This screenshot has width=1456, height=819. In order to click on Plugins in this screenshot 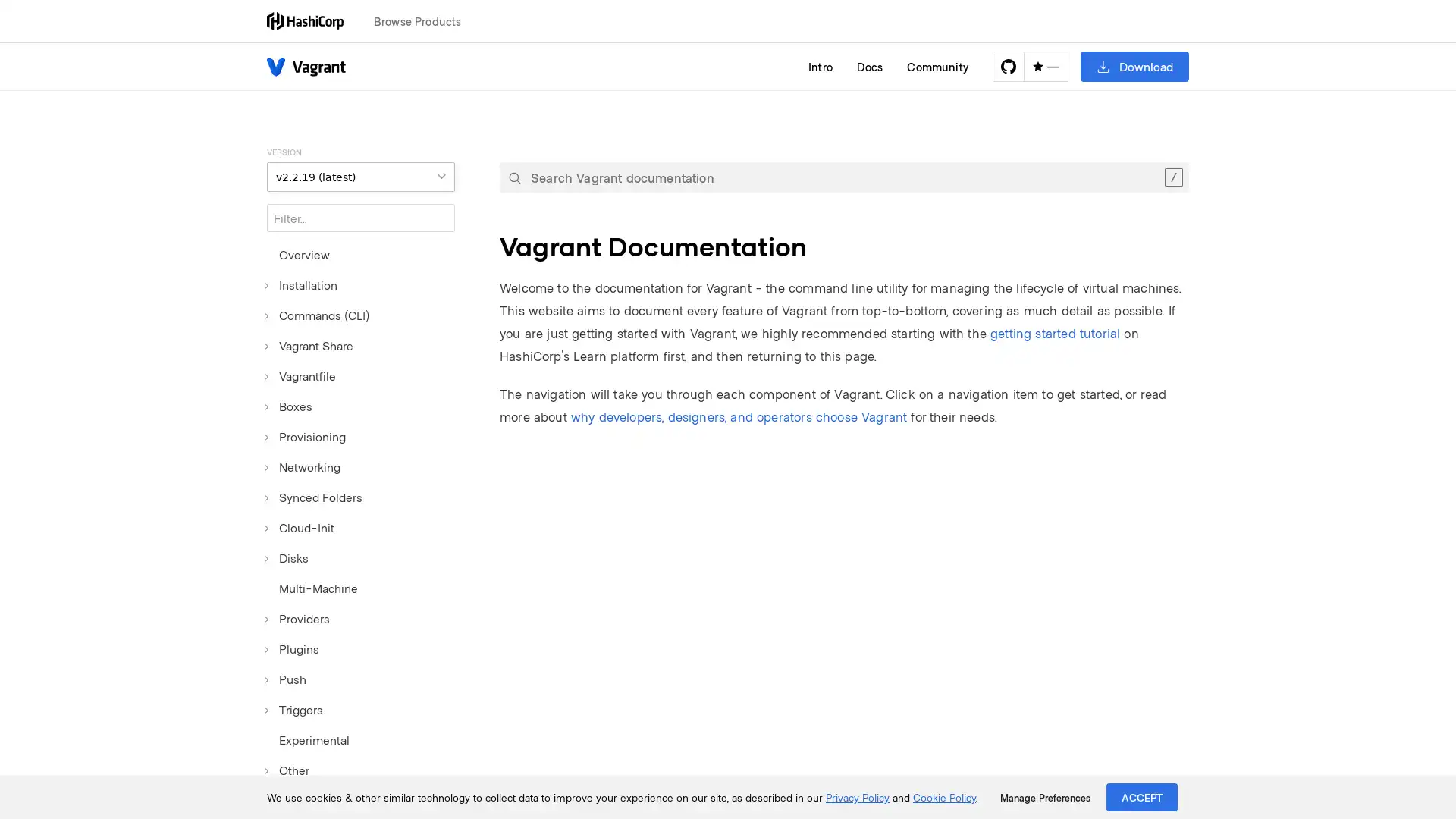, I will do `click(293, 648)`.